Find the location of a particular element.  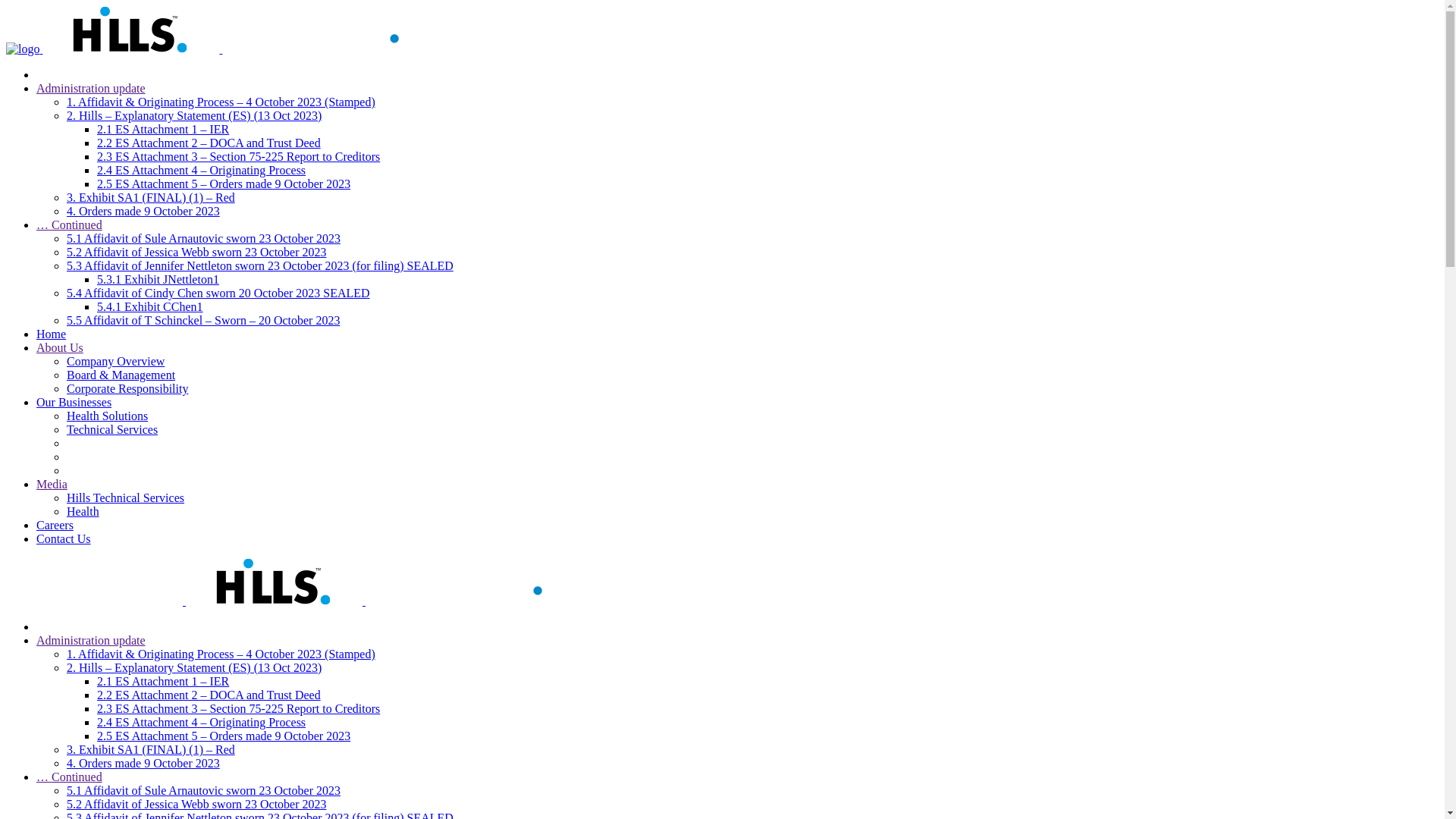

'Technical Services' is located at coordinates (111, 429).